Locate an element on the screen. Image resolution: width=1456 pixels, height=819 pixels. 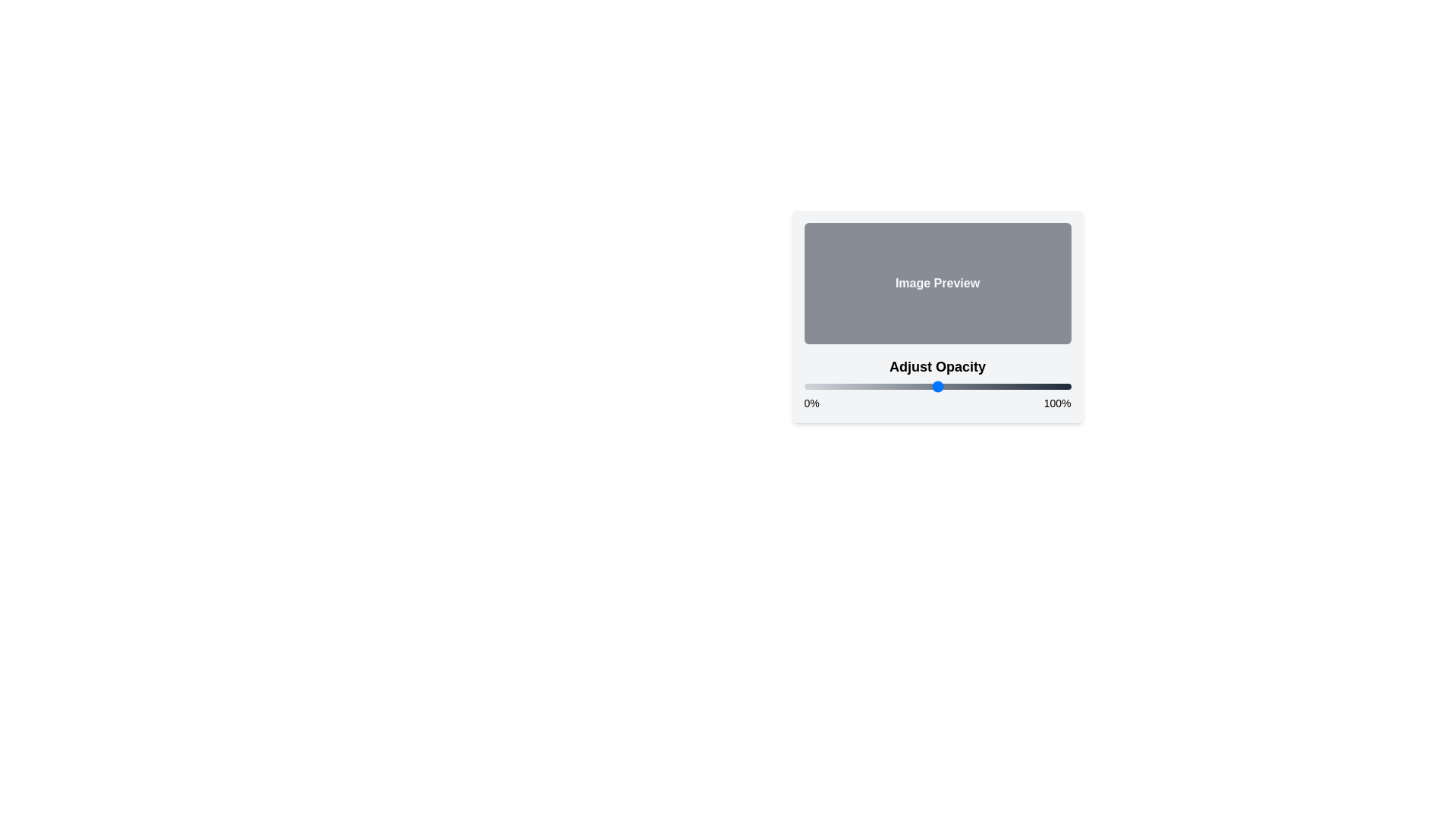
the opacity is located at coordinates (814, 385).